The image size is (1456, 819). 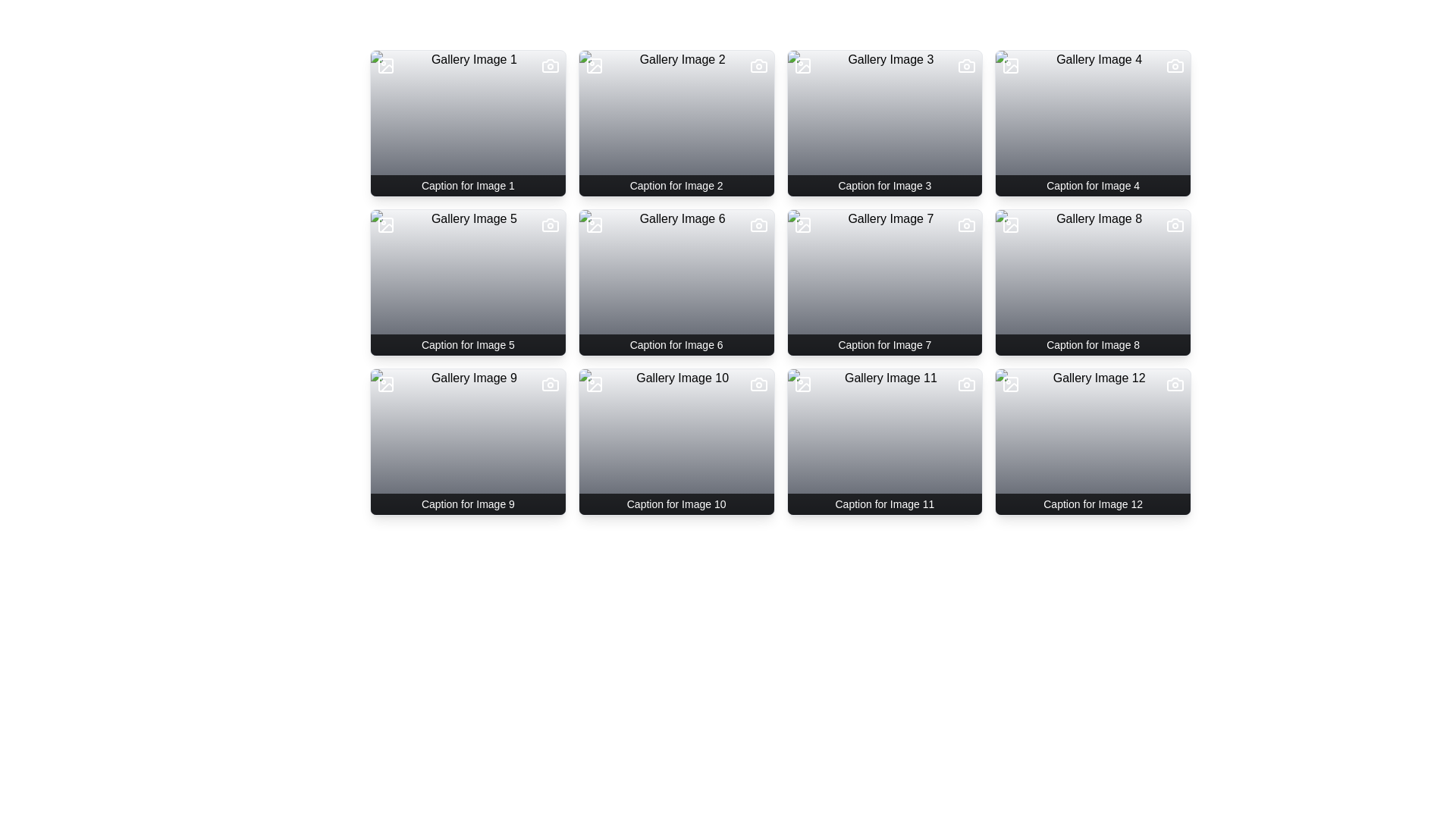 What do you see at coordinates (758, 383) in the screenshot?
I see `the camera icon located in the top-right corner of the tenth gallery image card to interact with it` at bounding box center [758, 383].